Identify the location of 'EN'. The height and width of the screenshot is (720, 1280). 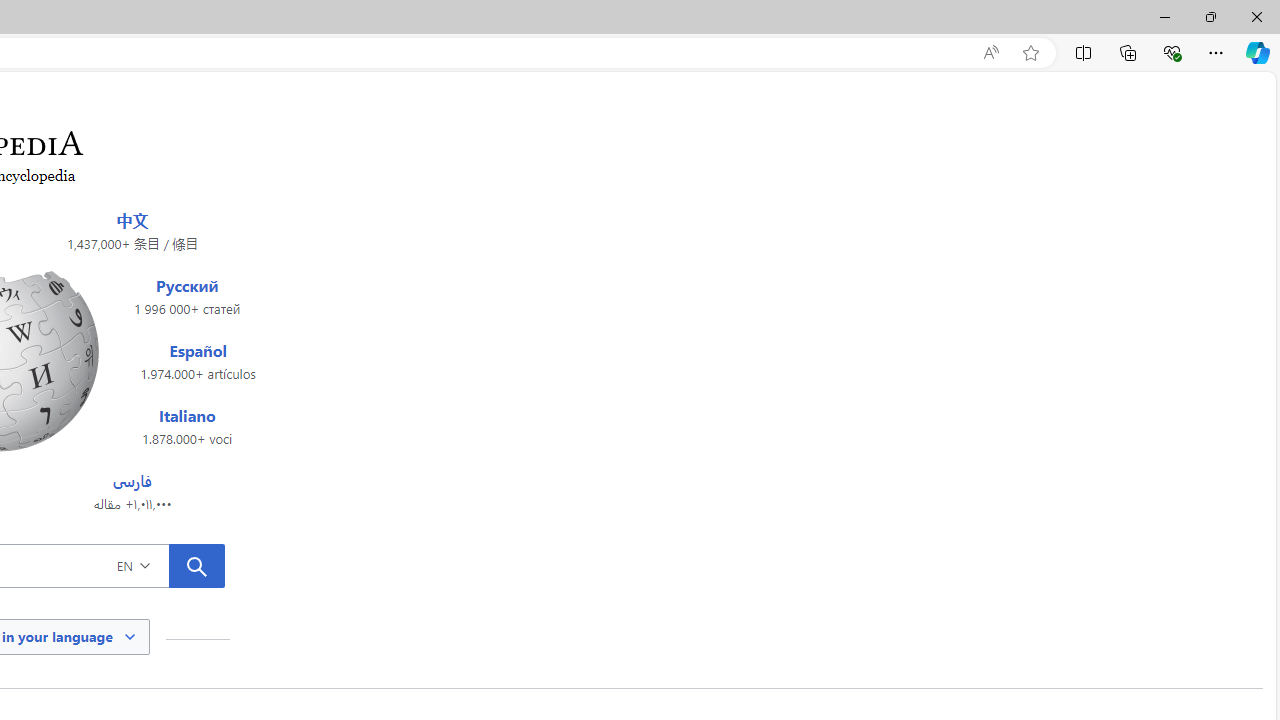
(163, 565).